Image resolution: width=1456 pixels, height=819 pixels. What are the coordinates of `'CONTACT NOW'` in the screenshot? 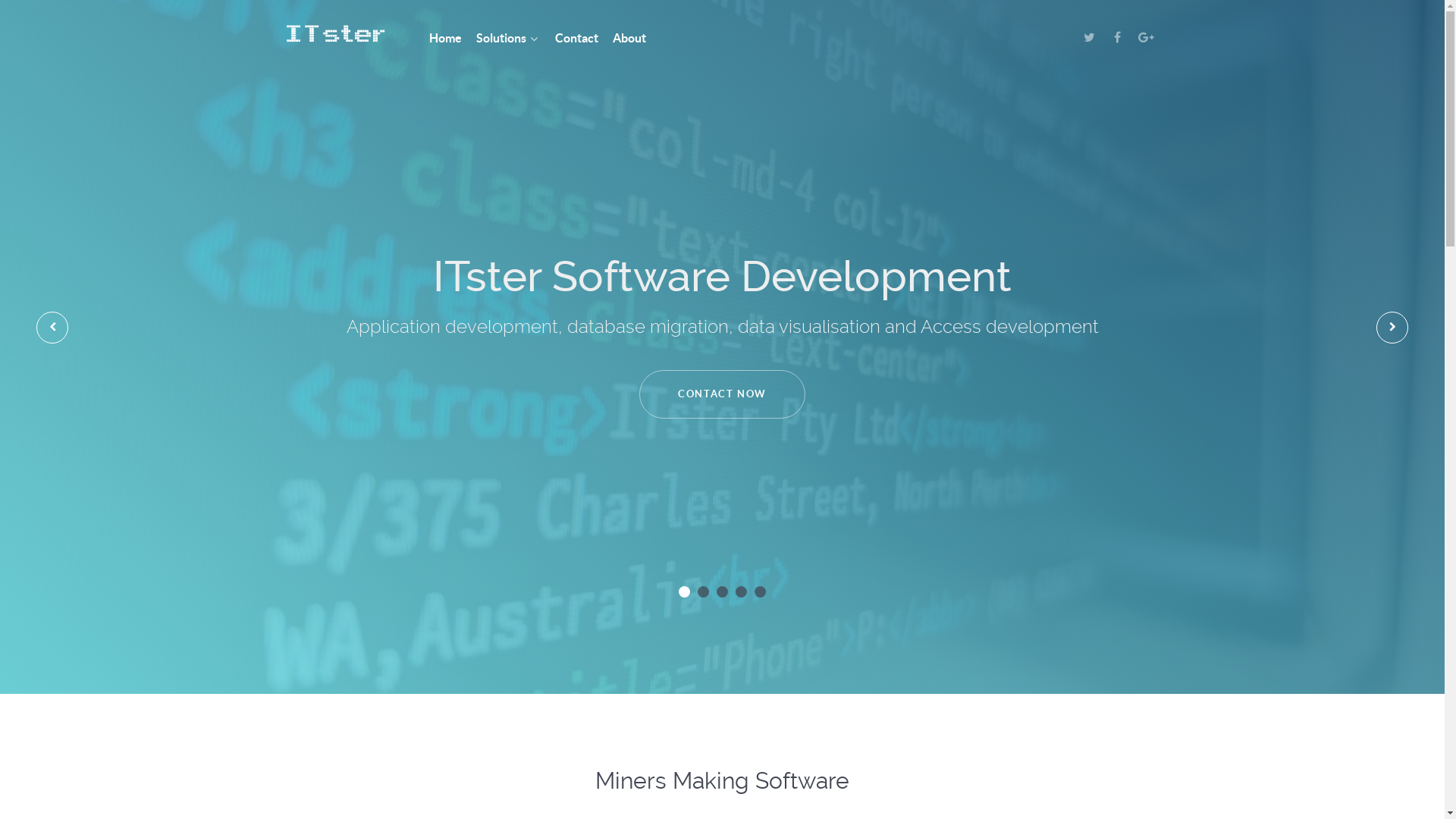 It's located at (721, 394).